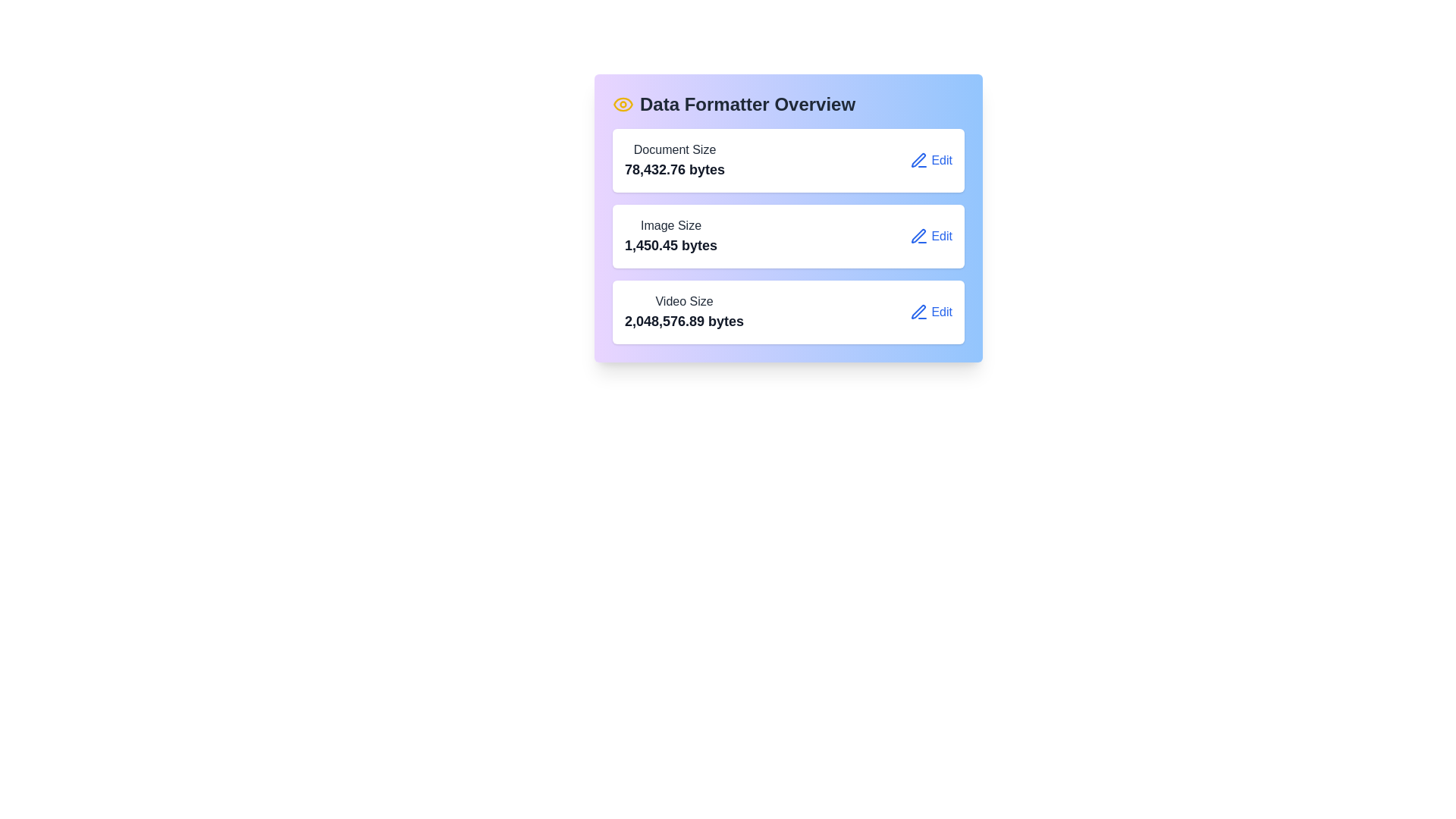 The image size is (1456, 819). What do you see at coordinates (623, 104) in the screenshot?
I see `circular eye icon with a yellow outline located to the left of the 'Data Formatter Overview' text by clicking on it` at bounding box center [623, 104].